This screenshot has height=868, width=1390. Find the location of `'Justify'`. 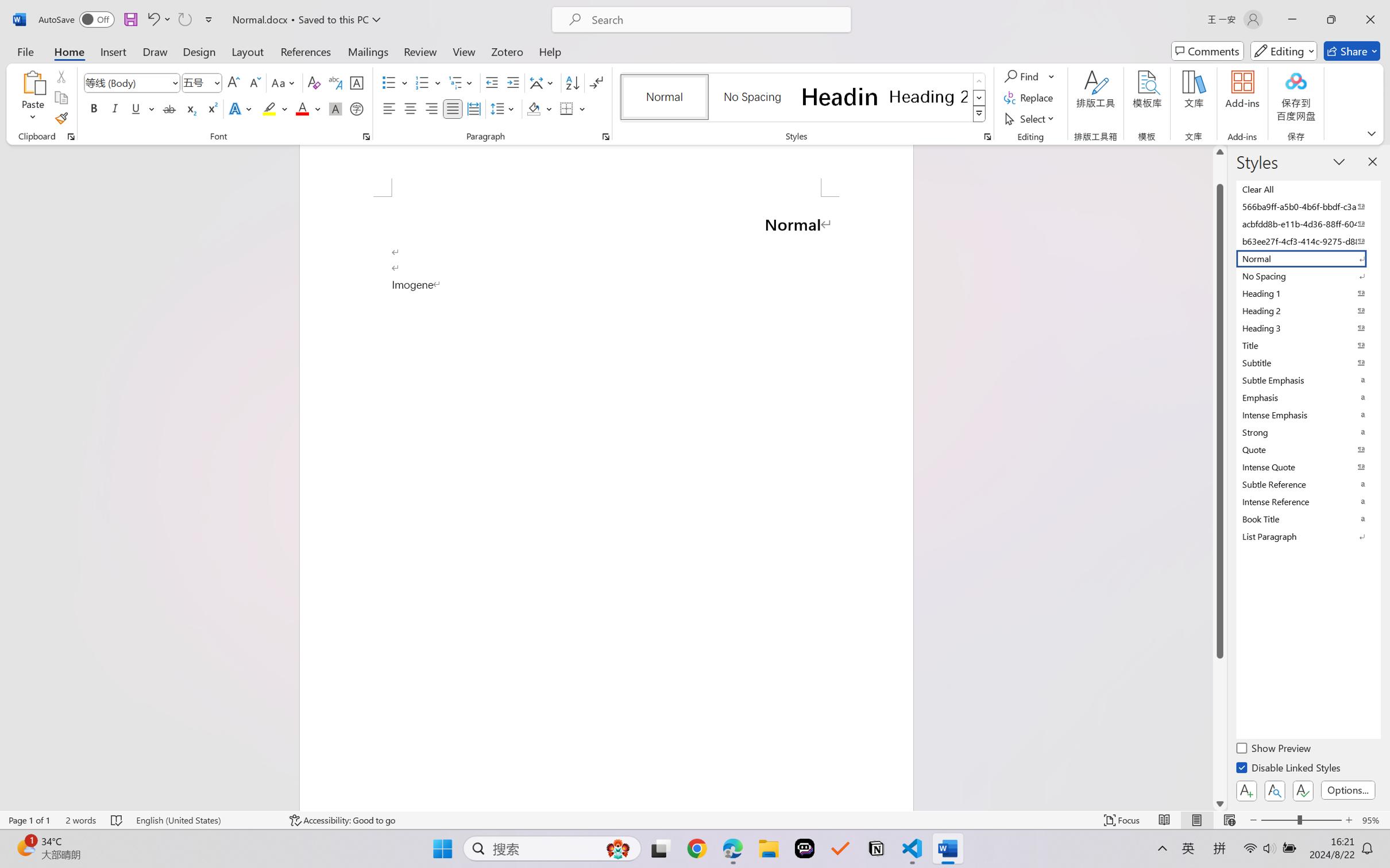

'Justify' is located at coordinates (452, 108).